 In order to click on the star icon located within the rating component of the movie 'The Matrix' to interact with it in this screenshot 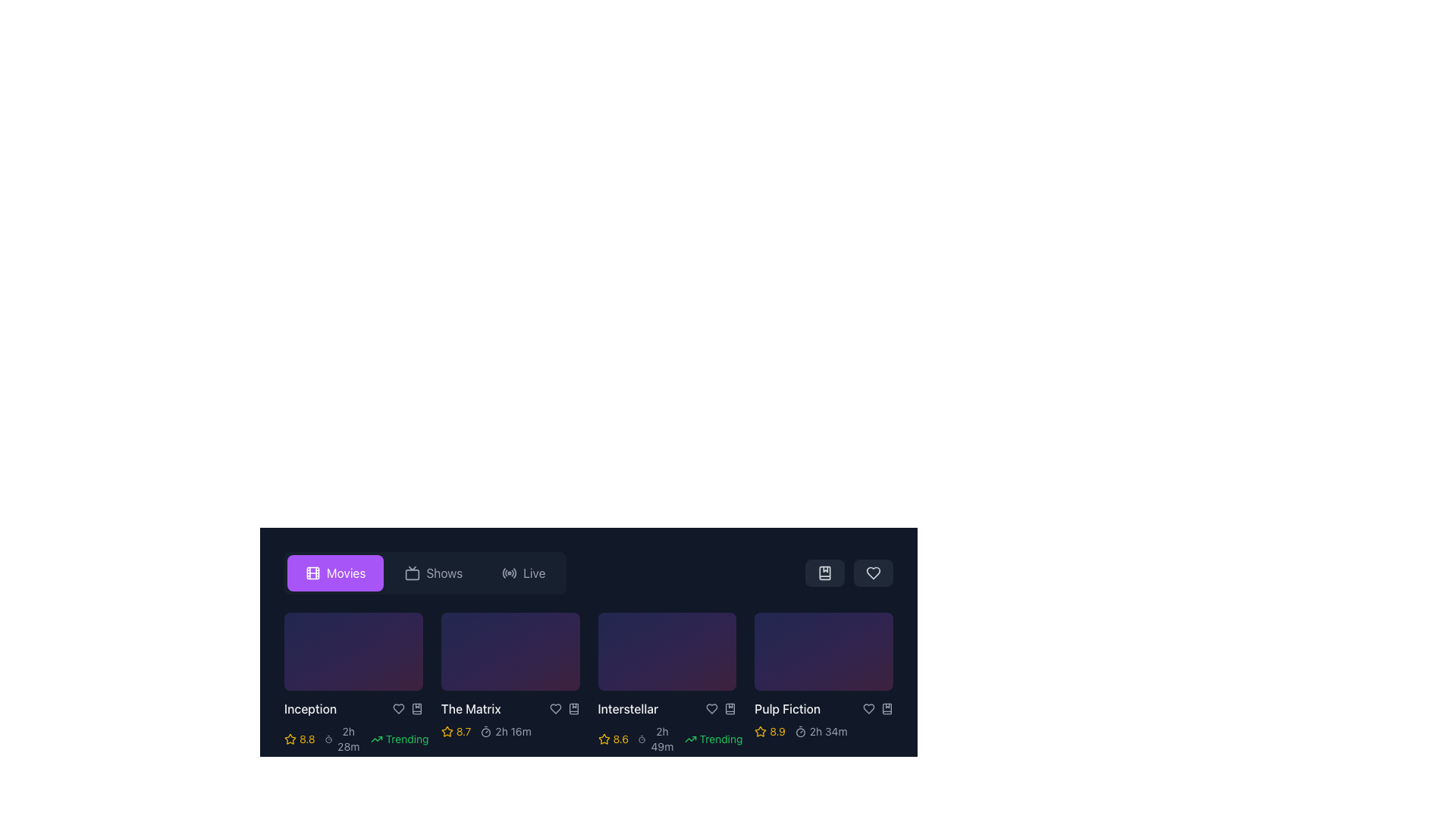, I will do `click(446, 730)`.